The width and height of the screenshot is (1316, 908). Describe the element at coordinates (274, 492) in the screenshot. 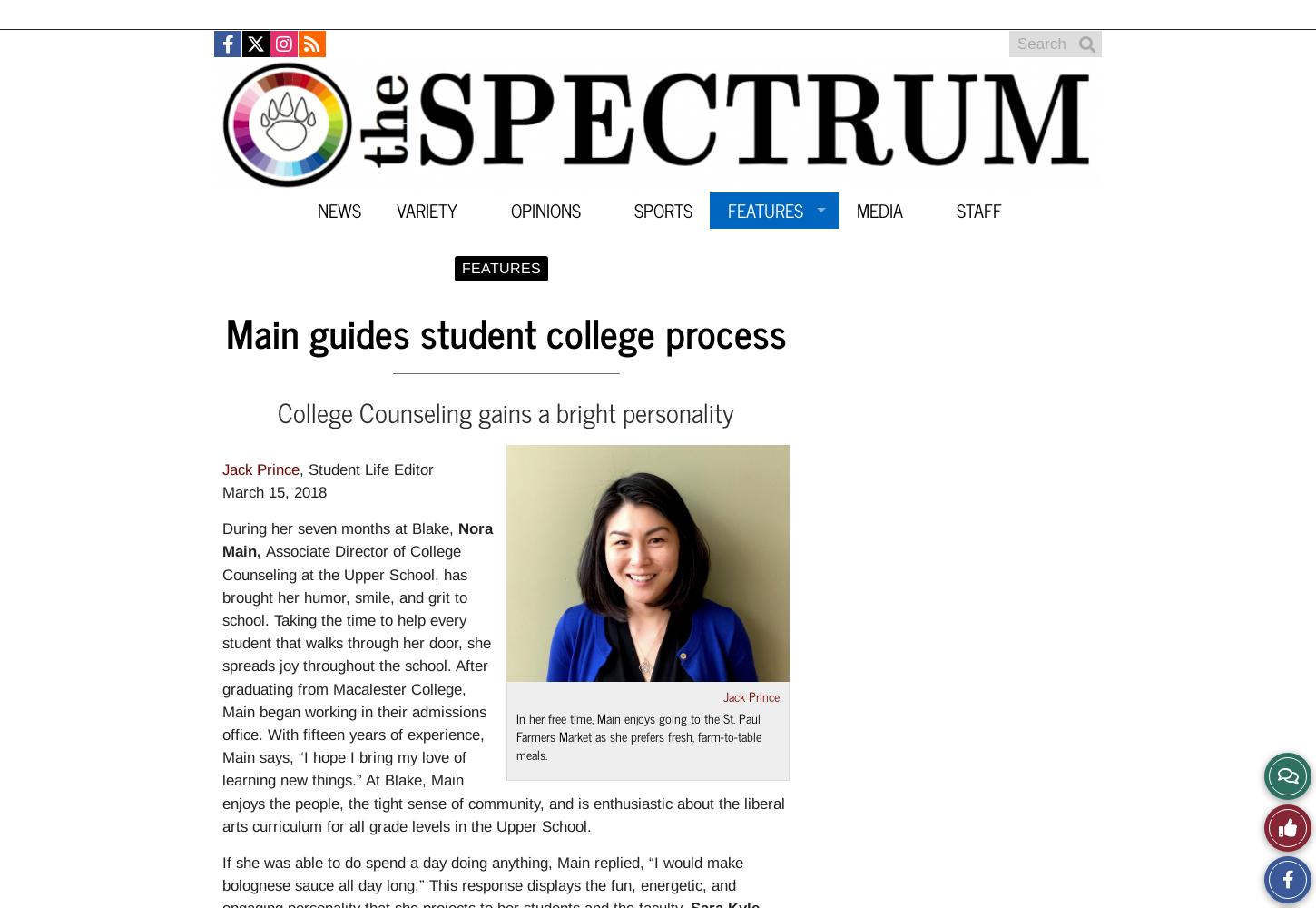

I see `'March 15, 2018'` at that location.